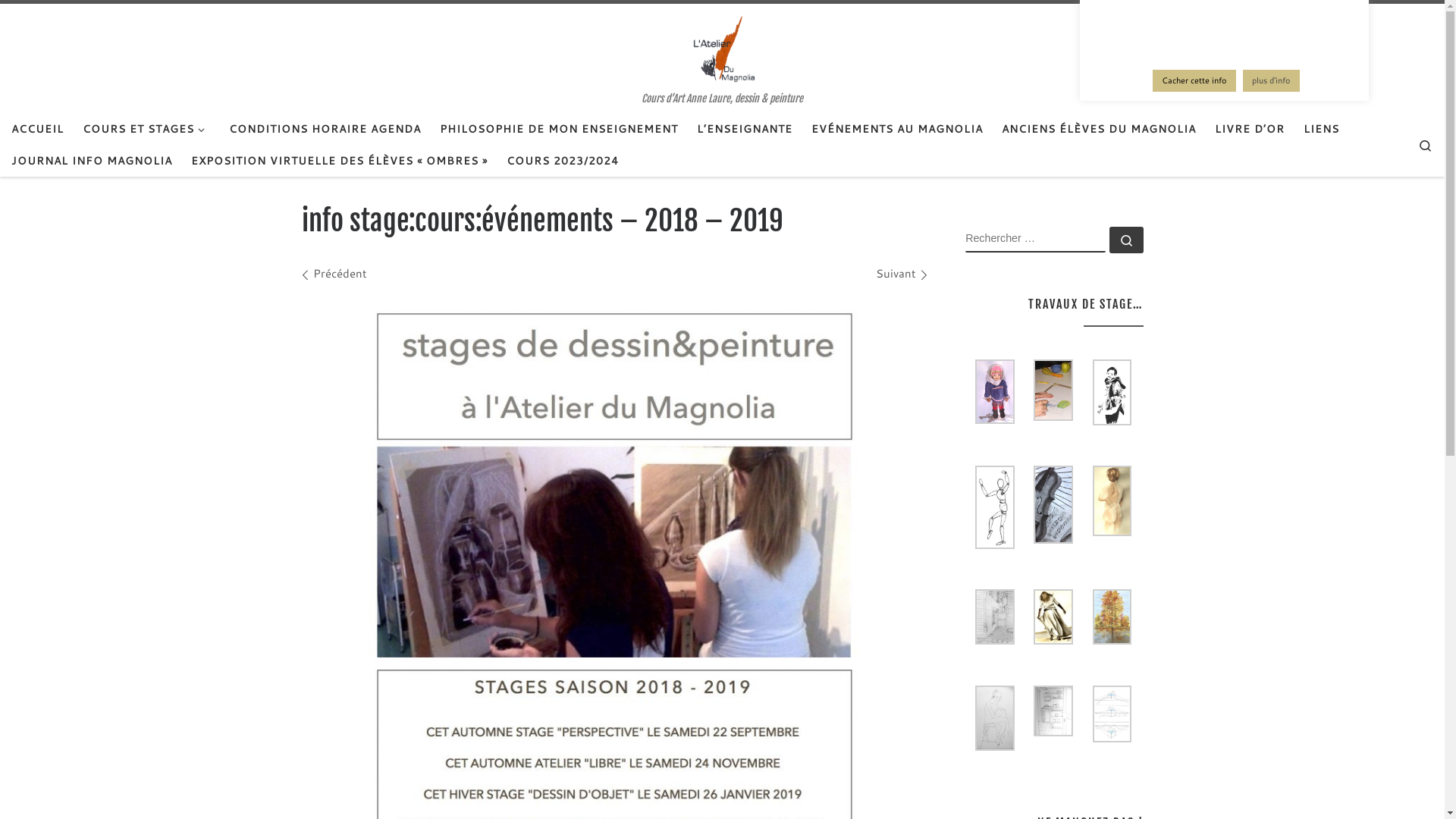 The width and height of the screenshot is (1456, 819). What do you see at coordinates (7, 161) in the screenshot?
I see `'JOURNAL INFO MAGNOLIA'` at bounding box center [7, 161].